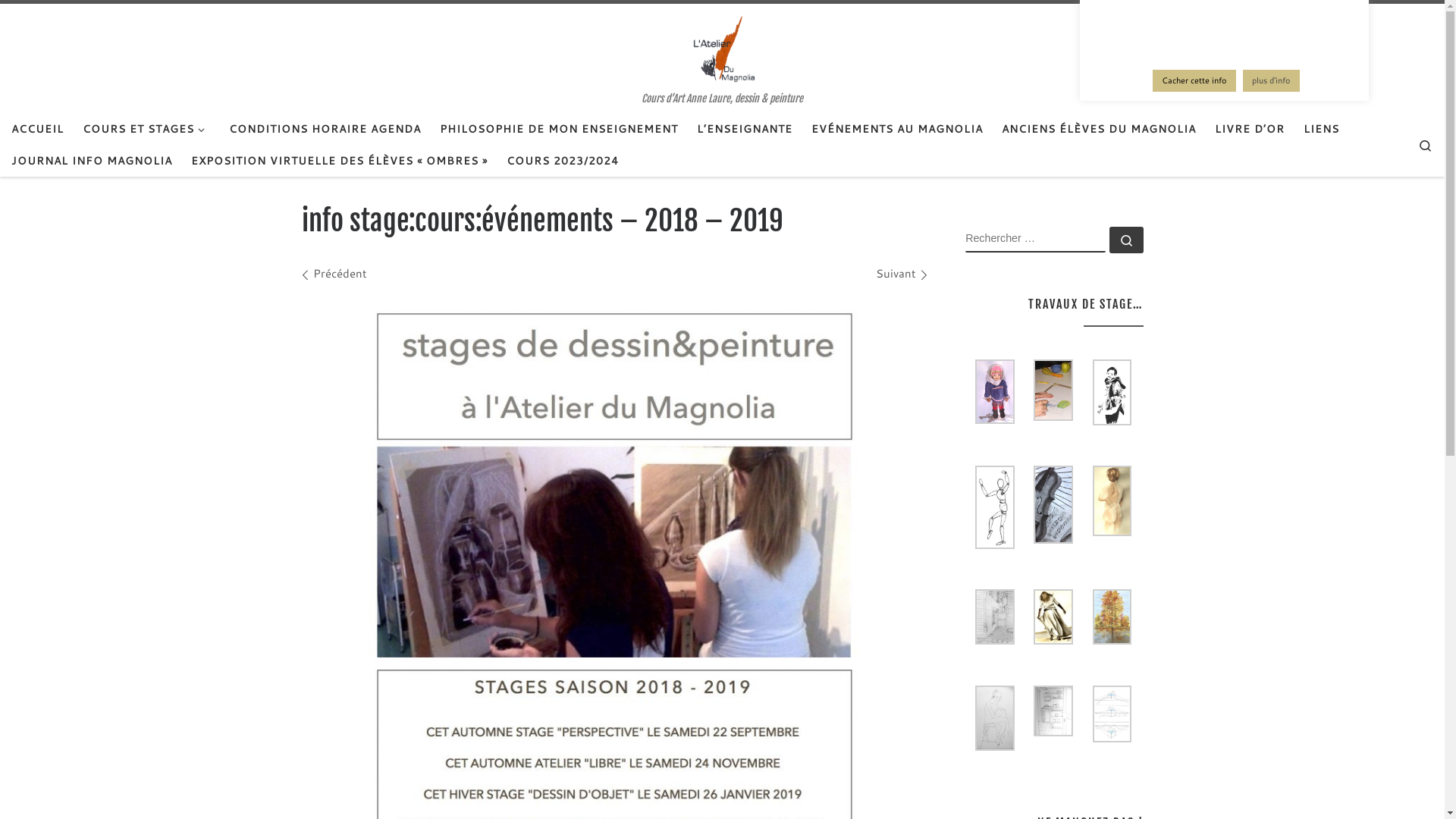 The width and height of the screenshot is (1456, 819). What do you see at coordinates (7, 161) in the screenshot?
I see `'JOURNAL INFO MAGNOLIA'` at bounding box center [7, 161].